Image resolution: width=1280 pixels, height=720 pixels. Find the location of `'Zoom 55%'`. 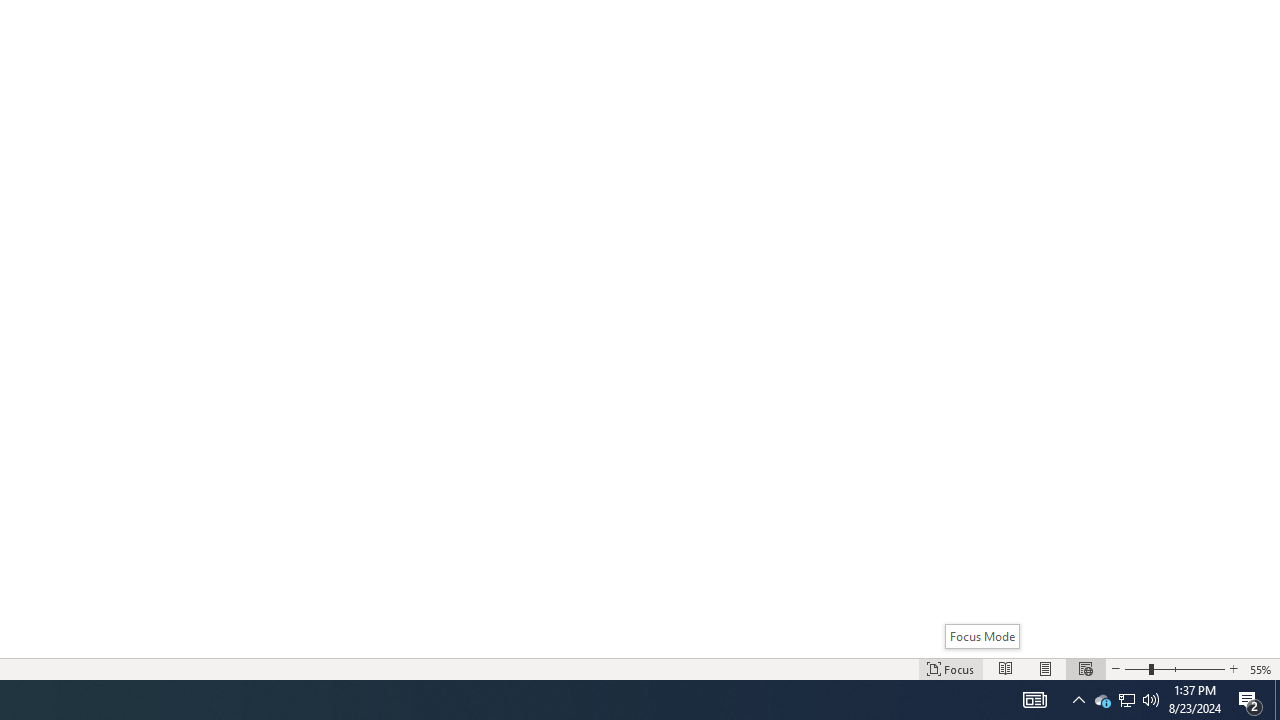

'Zoom 55%' is located at coordinates (1260, 669).